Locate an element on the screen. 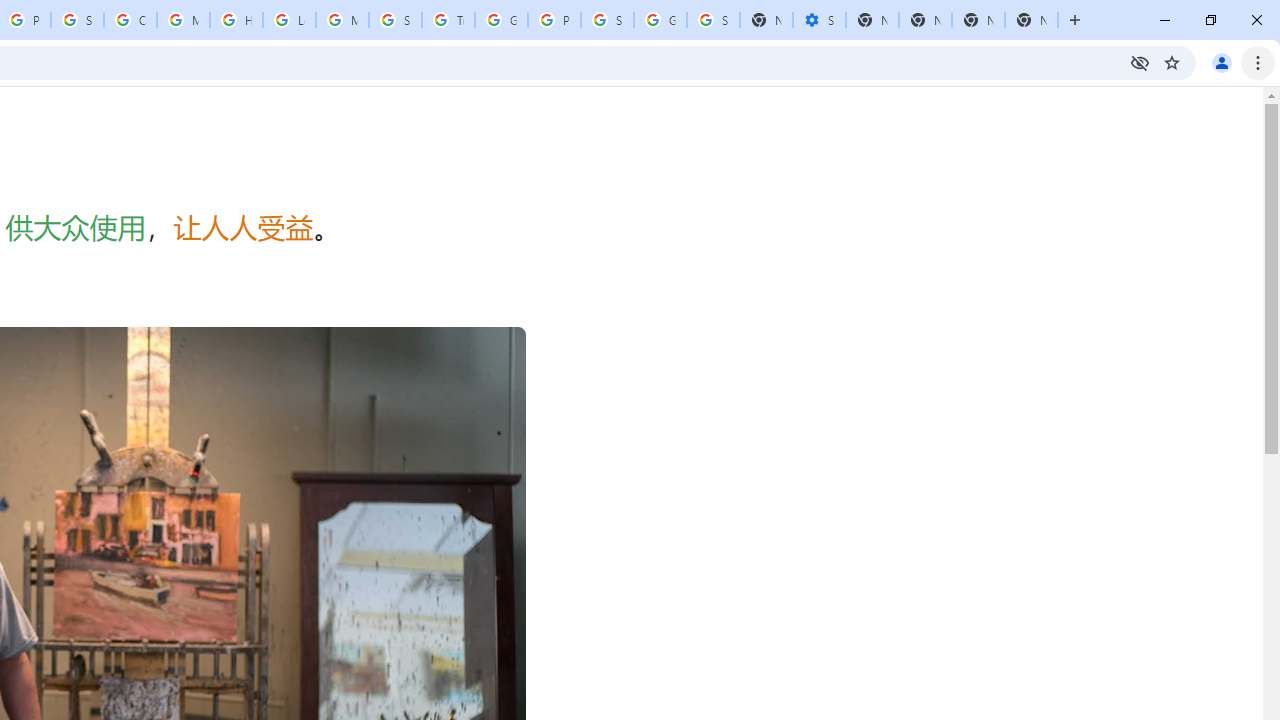 Image resolution: width=1280 pixels, height=720 pixels. 'Trusted Information and Content - Google Safety Center' is located at coordinates (447, 20).